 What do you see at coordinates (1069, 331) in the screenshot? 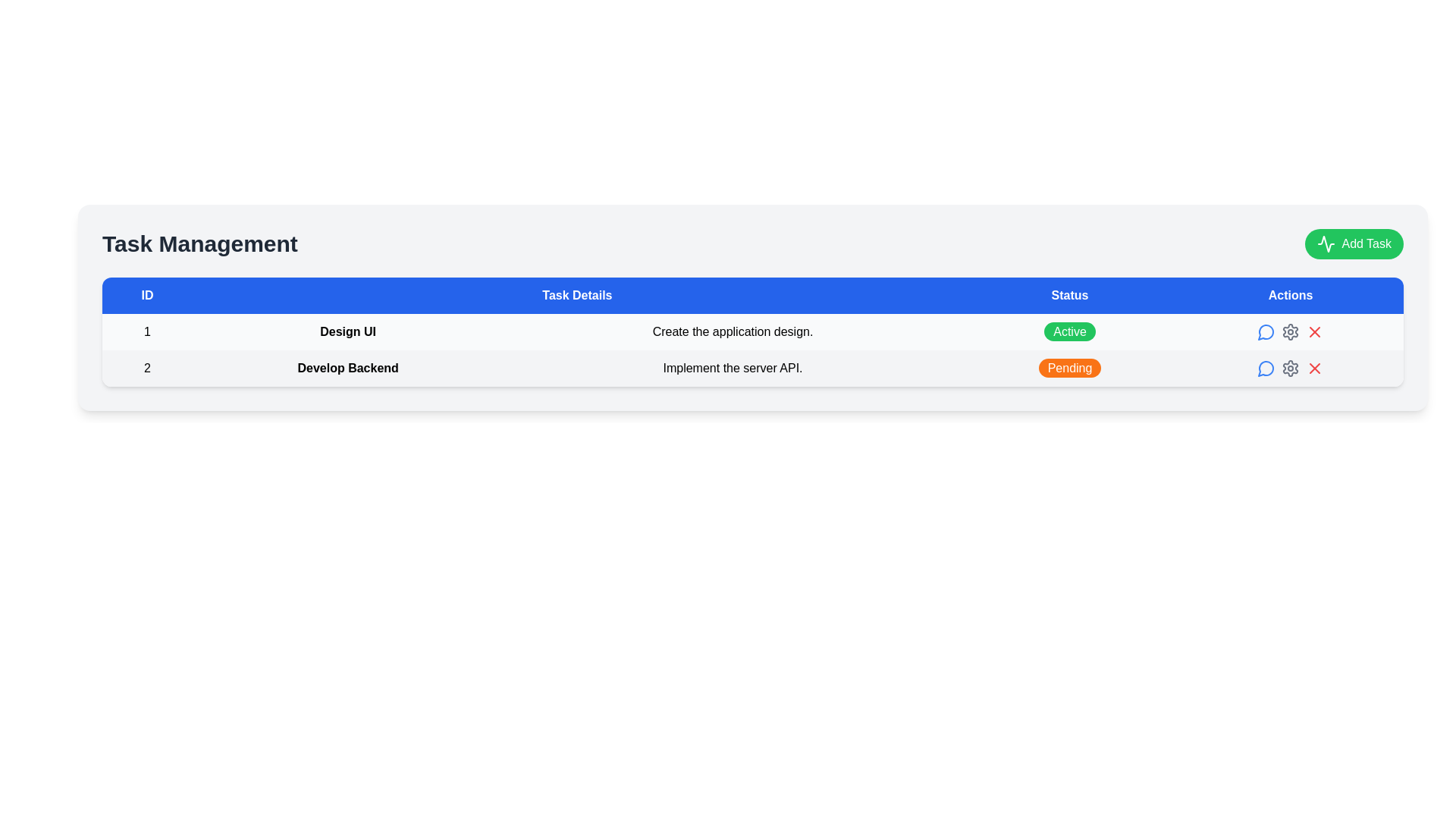
I see `text of the Status label that indicates the current status of the task 'Create the application design.' located in the 'Status' column of the first row under the 'Task Management' section` at bounding box center [1069, 331].